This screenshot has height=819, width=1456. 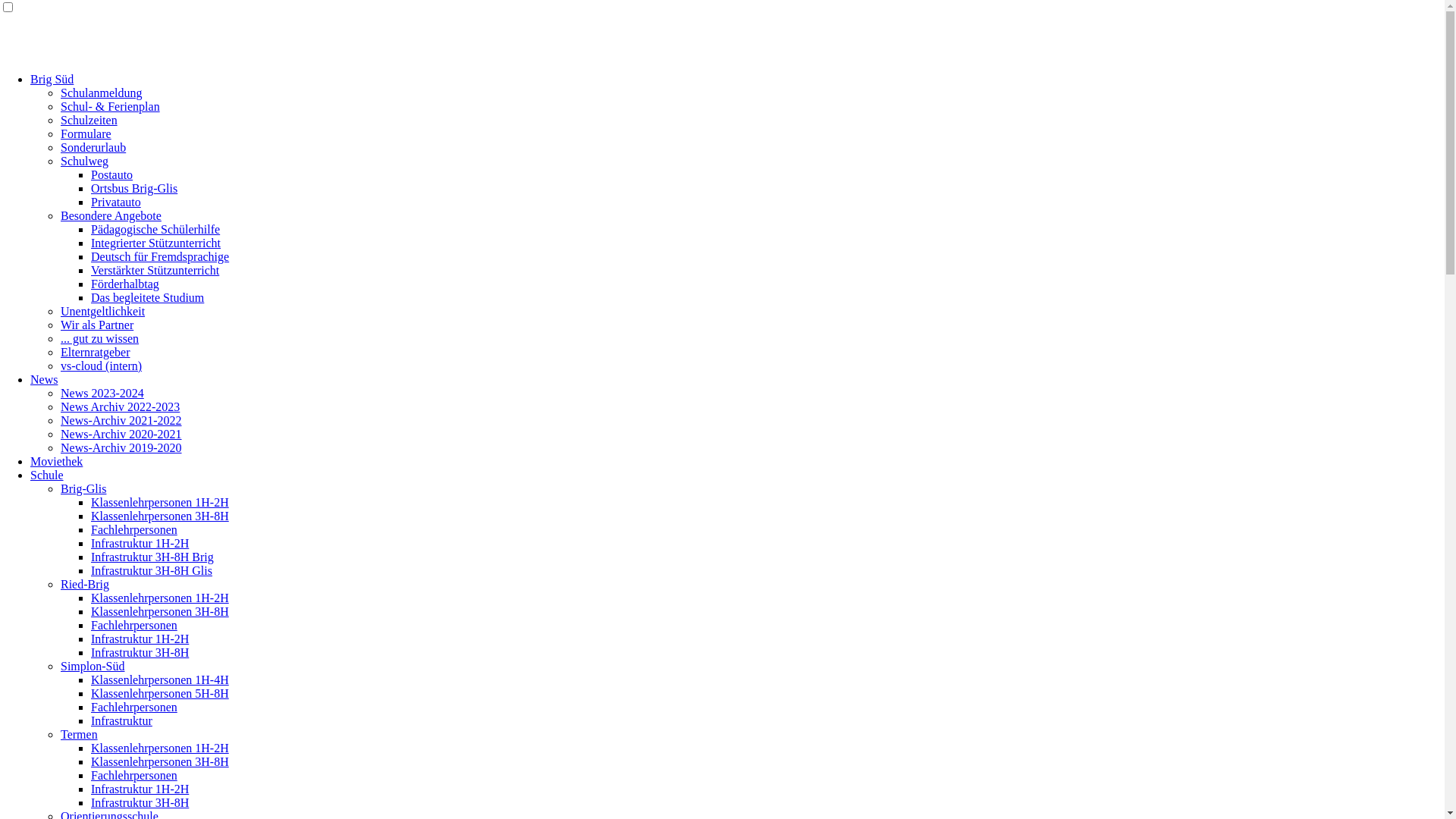 What do you see at coordinates (43, 378) in the screenshot?
I see `'News'` at bounding box center [43, 378].